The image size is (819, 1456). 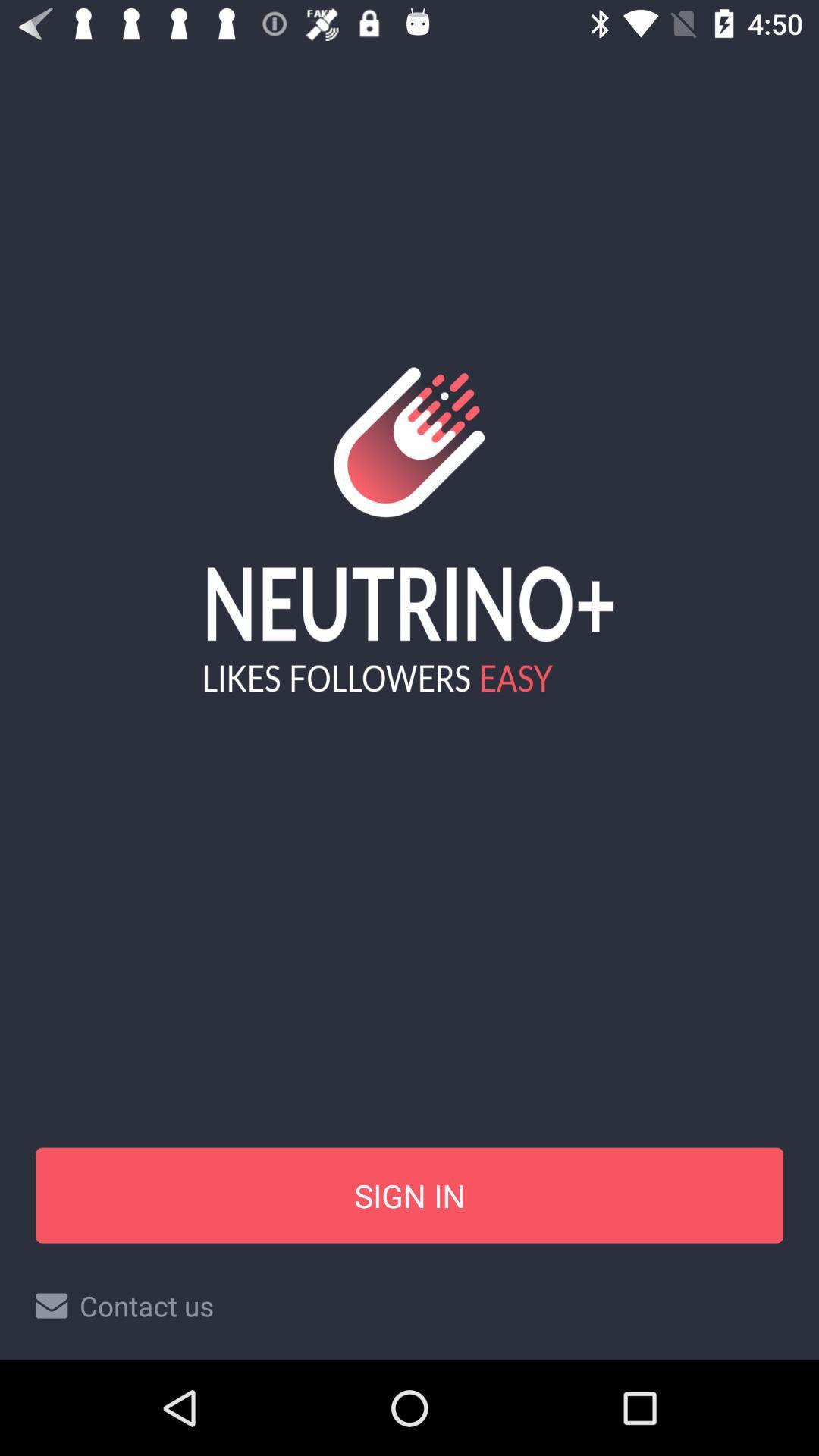 I want to click on the icon below likes followers easy, so click(x=409, y=1194).